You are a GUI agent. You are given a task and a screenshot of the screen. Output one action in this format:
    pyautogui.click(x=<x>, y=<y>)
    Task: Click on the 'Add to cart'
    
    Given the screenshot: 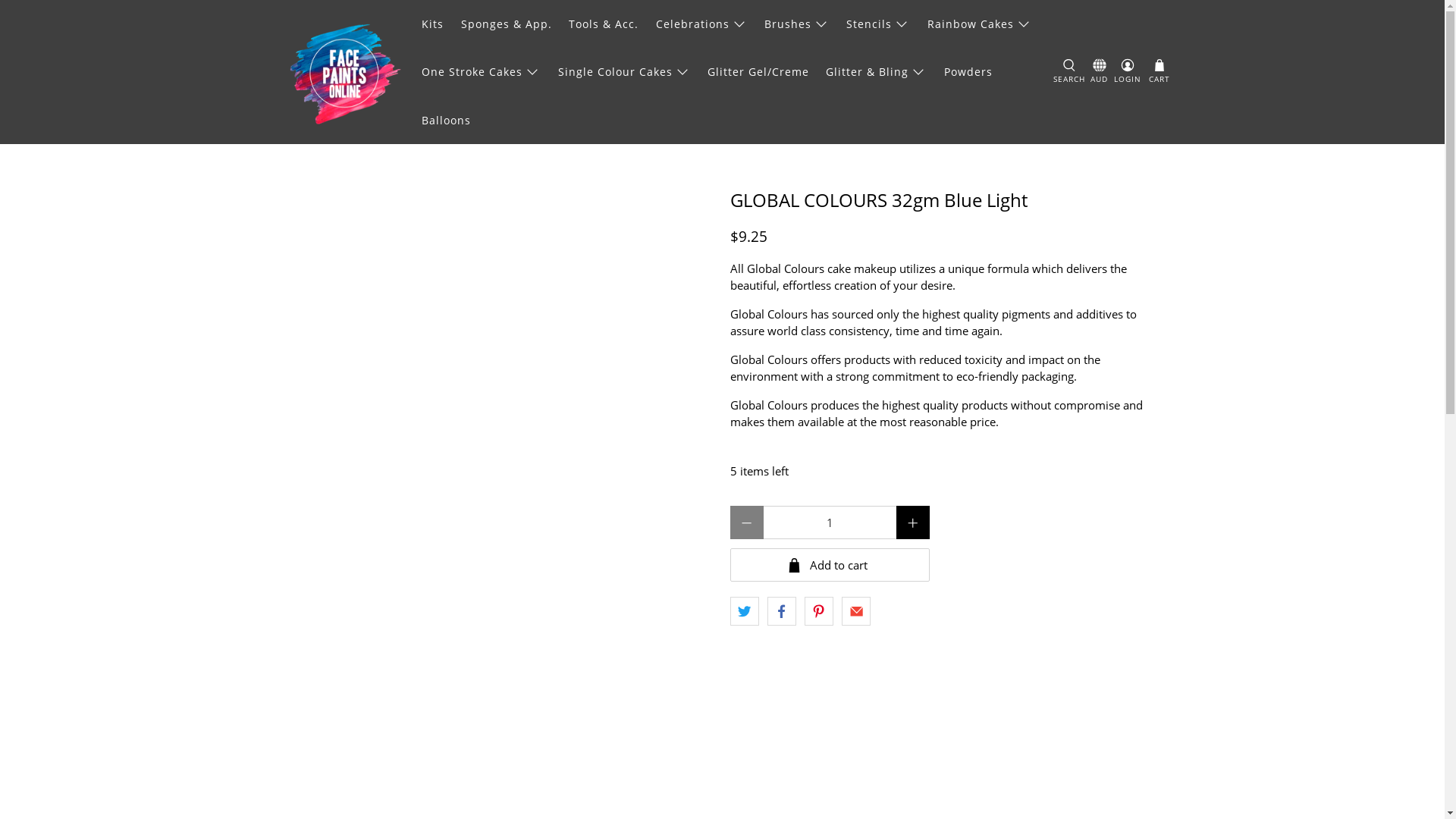 What is the action you would take?
    pyautogui.click(x=828, y=564)
    